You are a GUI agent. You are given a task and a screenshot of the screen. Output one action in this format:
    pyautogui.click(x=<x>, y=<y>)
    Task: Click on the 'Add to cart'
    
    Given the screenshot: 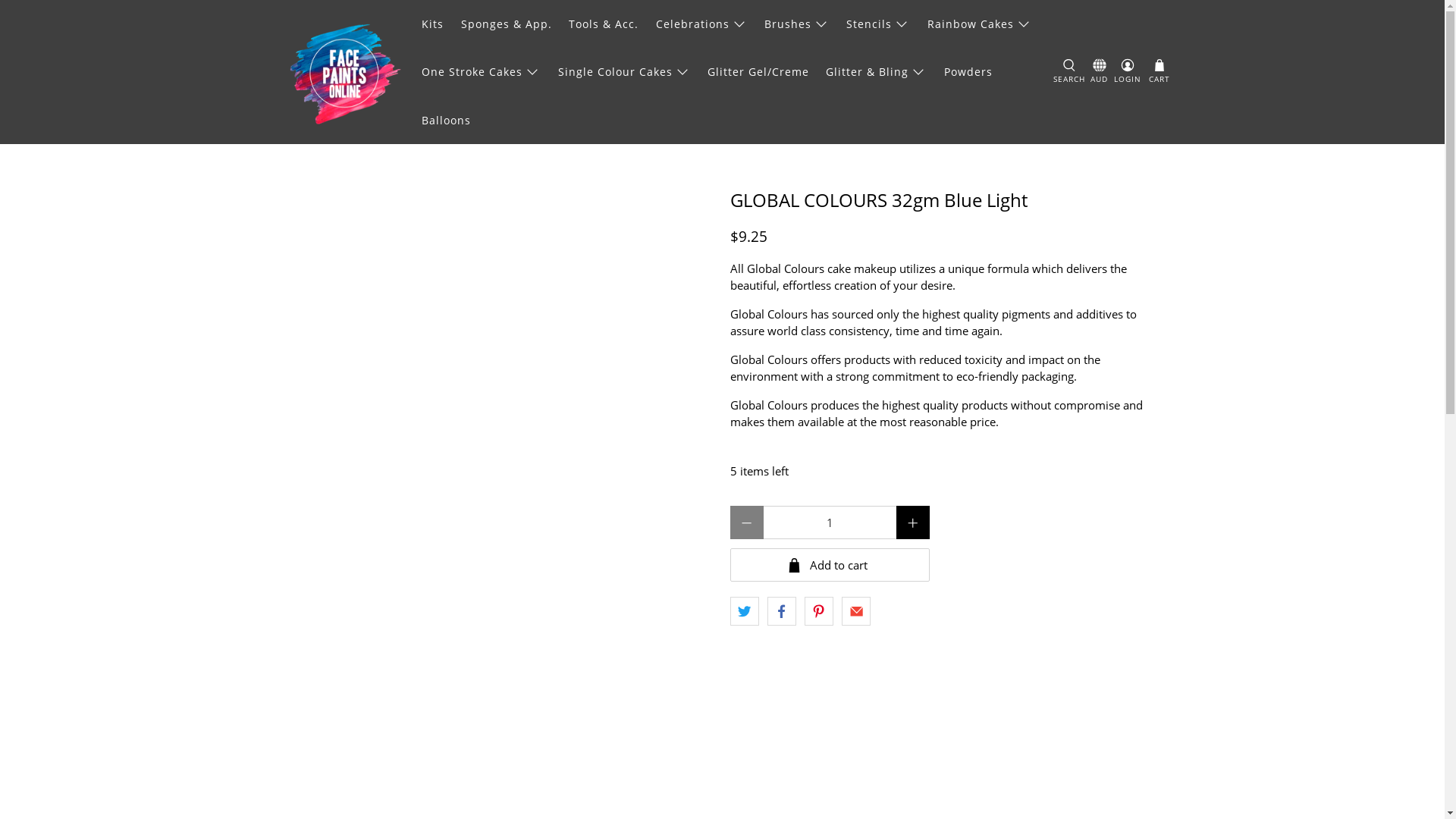 What is the action you would take?
    pyautogui.click(x=828, y=564)
    